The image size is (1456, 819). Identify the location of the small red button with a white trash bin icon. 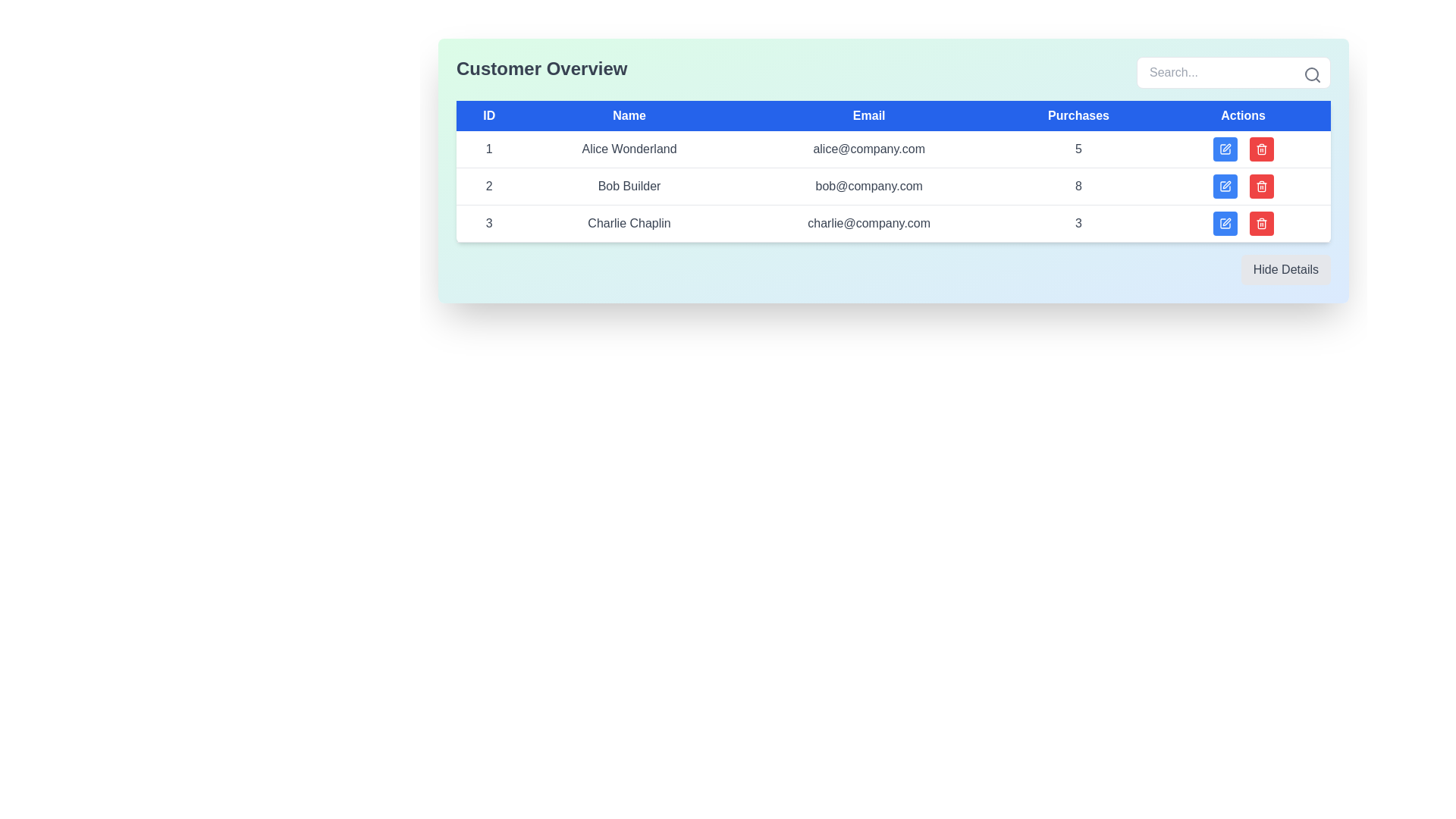
(1261, 223).